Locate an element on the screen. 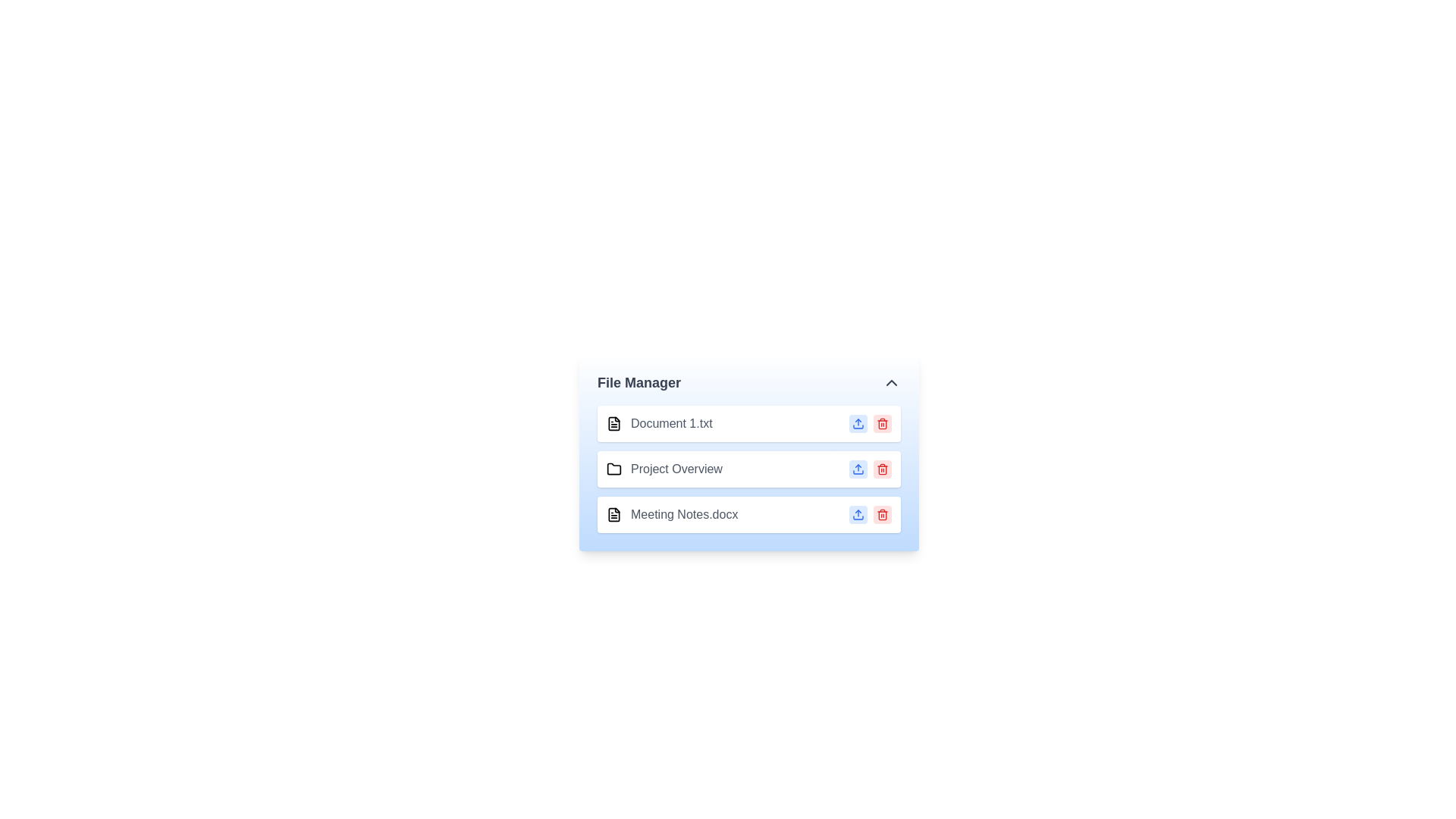 This screenshot has height=819, width=1456. delete button next to the file or folder named Meeting Notes.docx is located at coordinates (882, 513).